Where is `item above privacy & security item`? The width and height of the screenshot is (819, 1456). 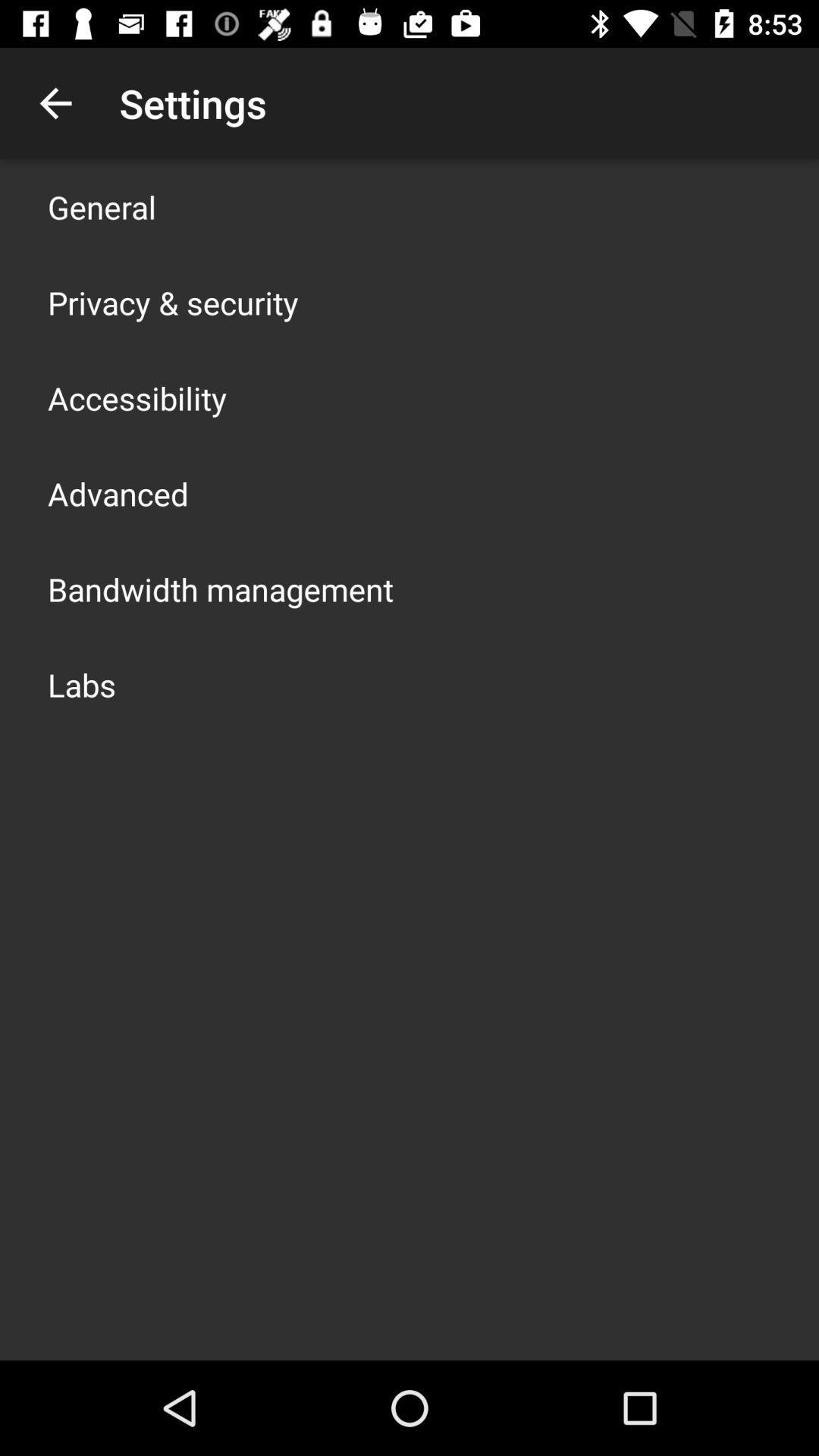 item above privacy & security item is located at coordinates (102, 206).